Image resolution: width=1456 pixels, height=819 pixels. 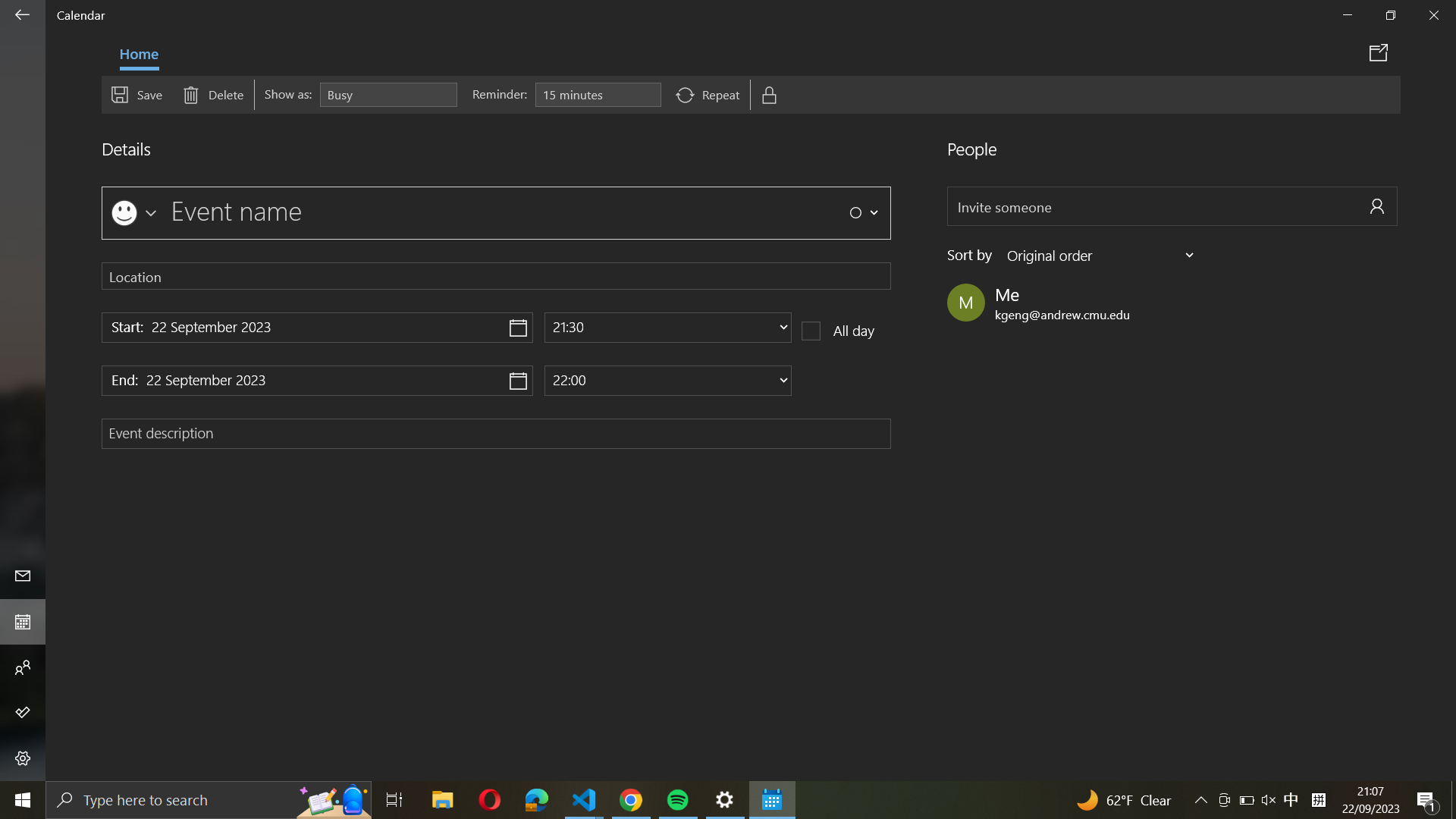 I want to click on Adjust the event"s finishing time to 10:00 AM, so click(x=667, y=379).